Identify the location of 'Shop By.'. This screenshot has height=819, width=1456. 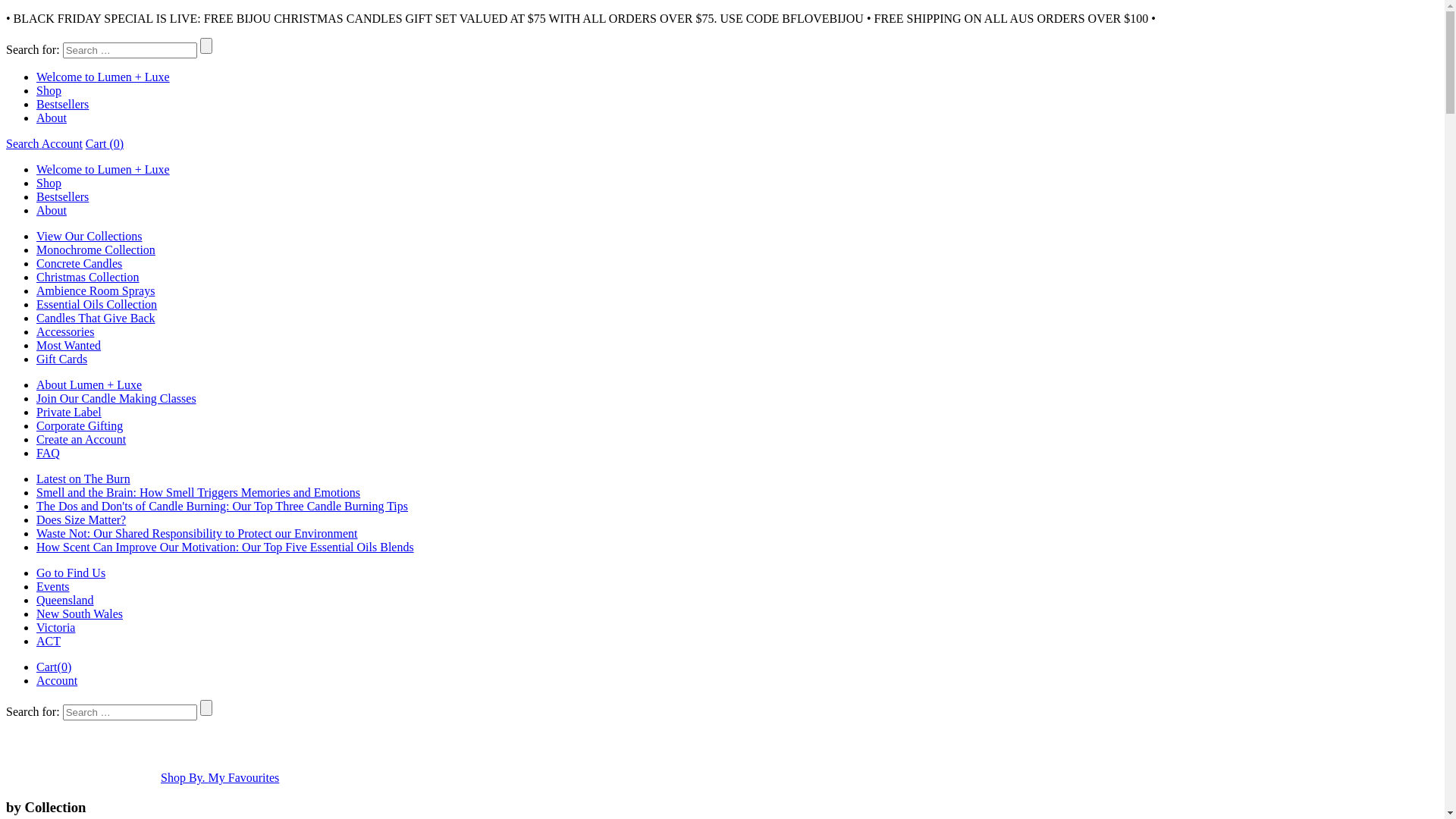
(184, 777).